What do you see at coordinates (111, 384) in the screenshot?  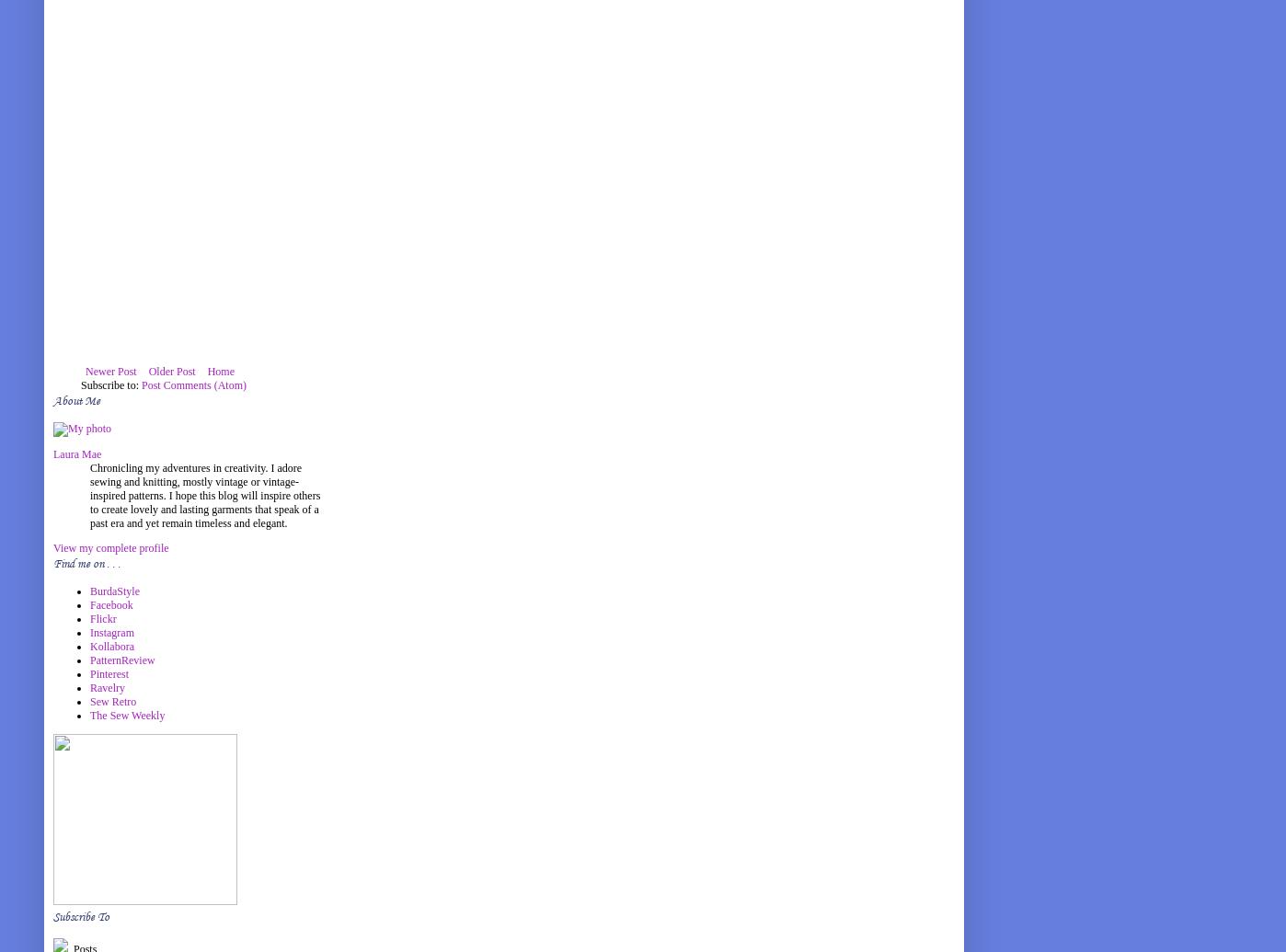 I see `'Subscribe to:'` at bounding box center [111, 384].